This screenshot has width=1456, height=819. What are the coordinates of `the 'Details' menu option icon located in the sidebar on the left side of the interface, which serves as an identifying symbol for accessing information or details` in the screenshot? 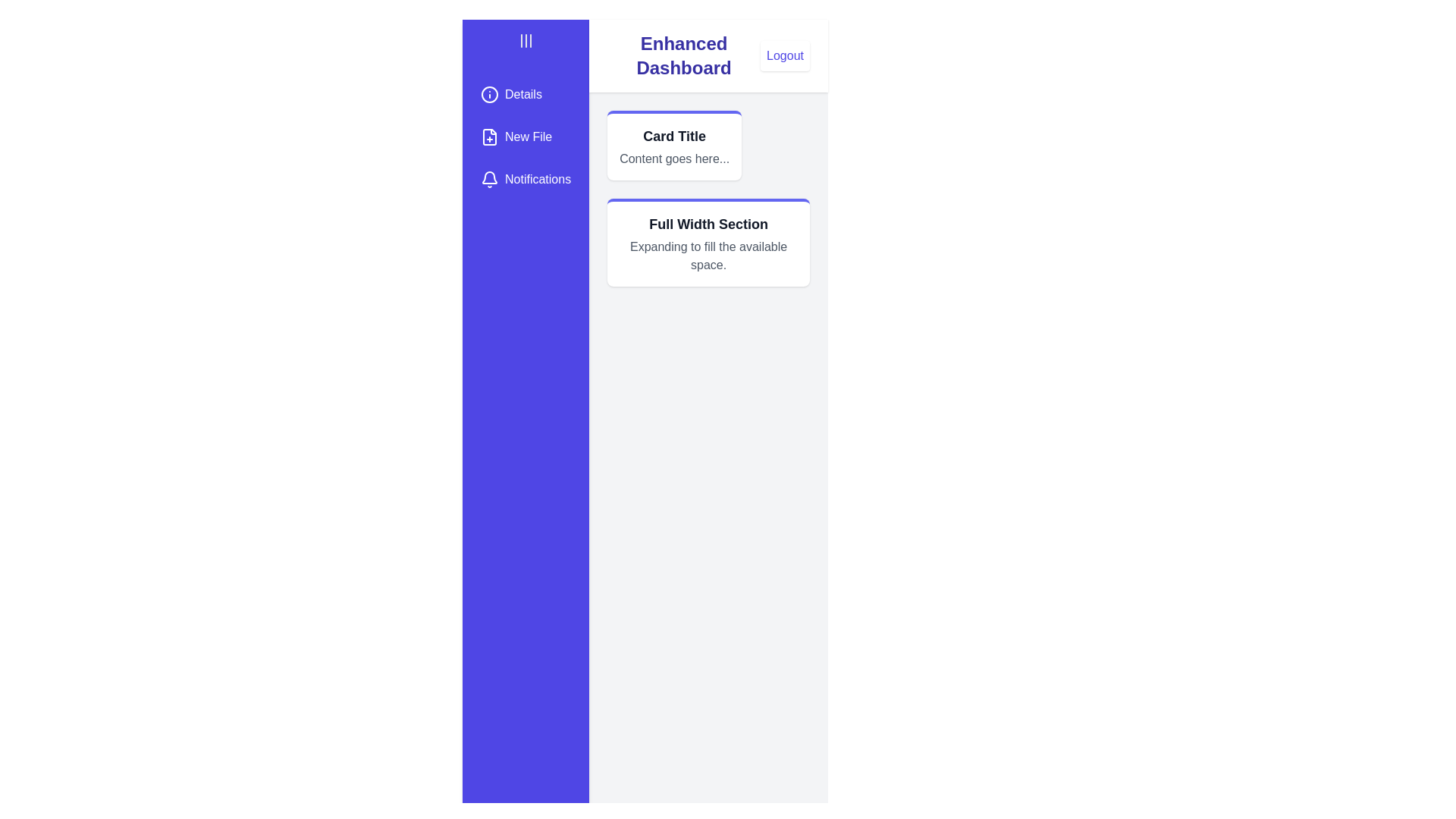 It's located at (490, 94).